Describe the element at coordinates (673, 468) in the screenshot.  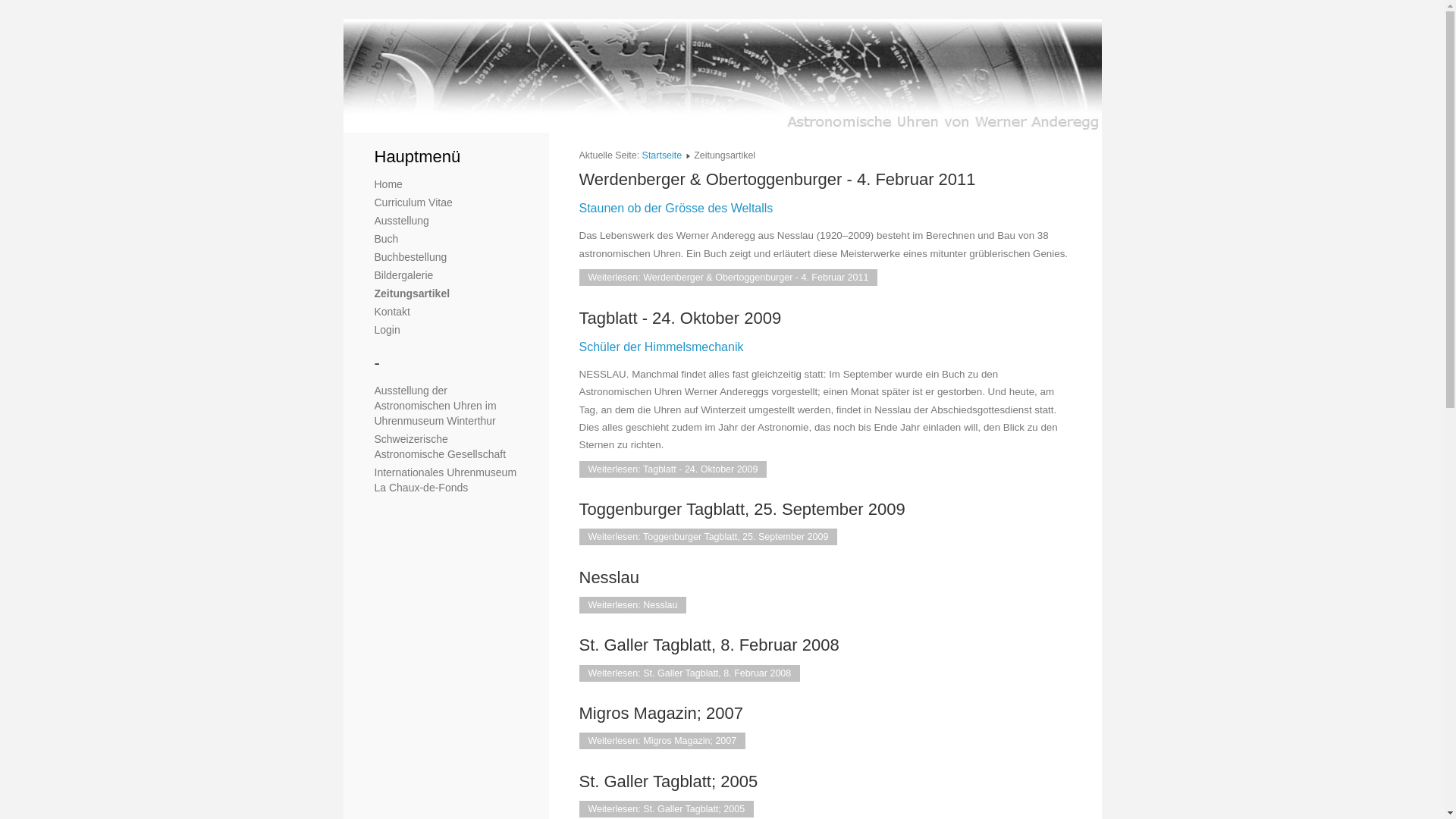
I see `'Weiterlesen: Tagblatt - 24. Oktober 2009'` at that location.